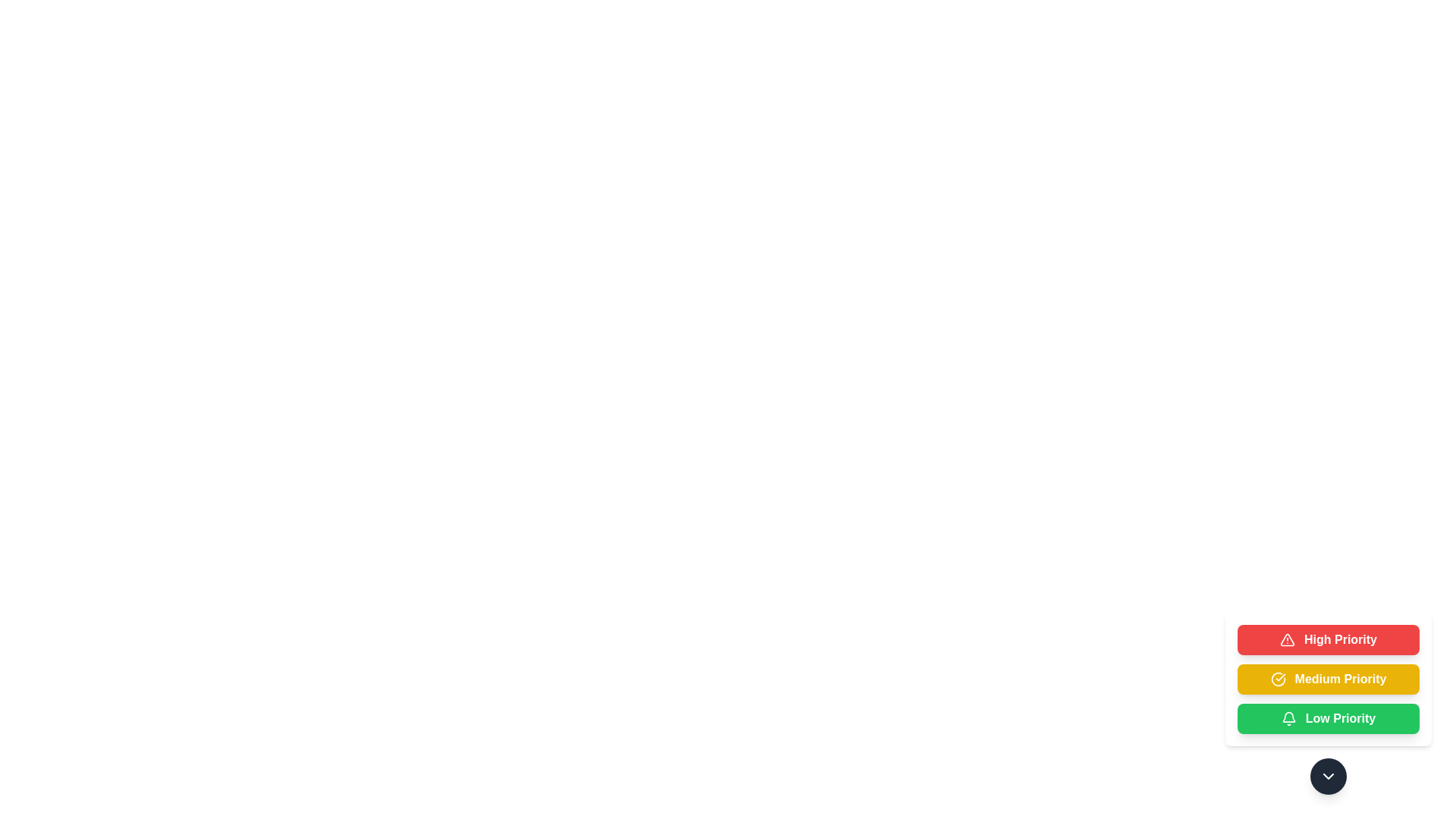 The image size is (1456, 819). Describe the element at coordinates (1328, 640) in the screenshot. I see `the priority level High by clicking the corresponding button` at that location.